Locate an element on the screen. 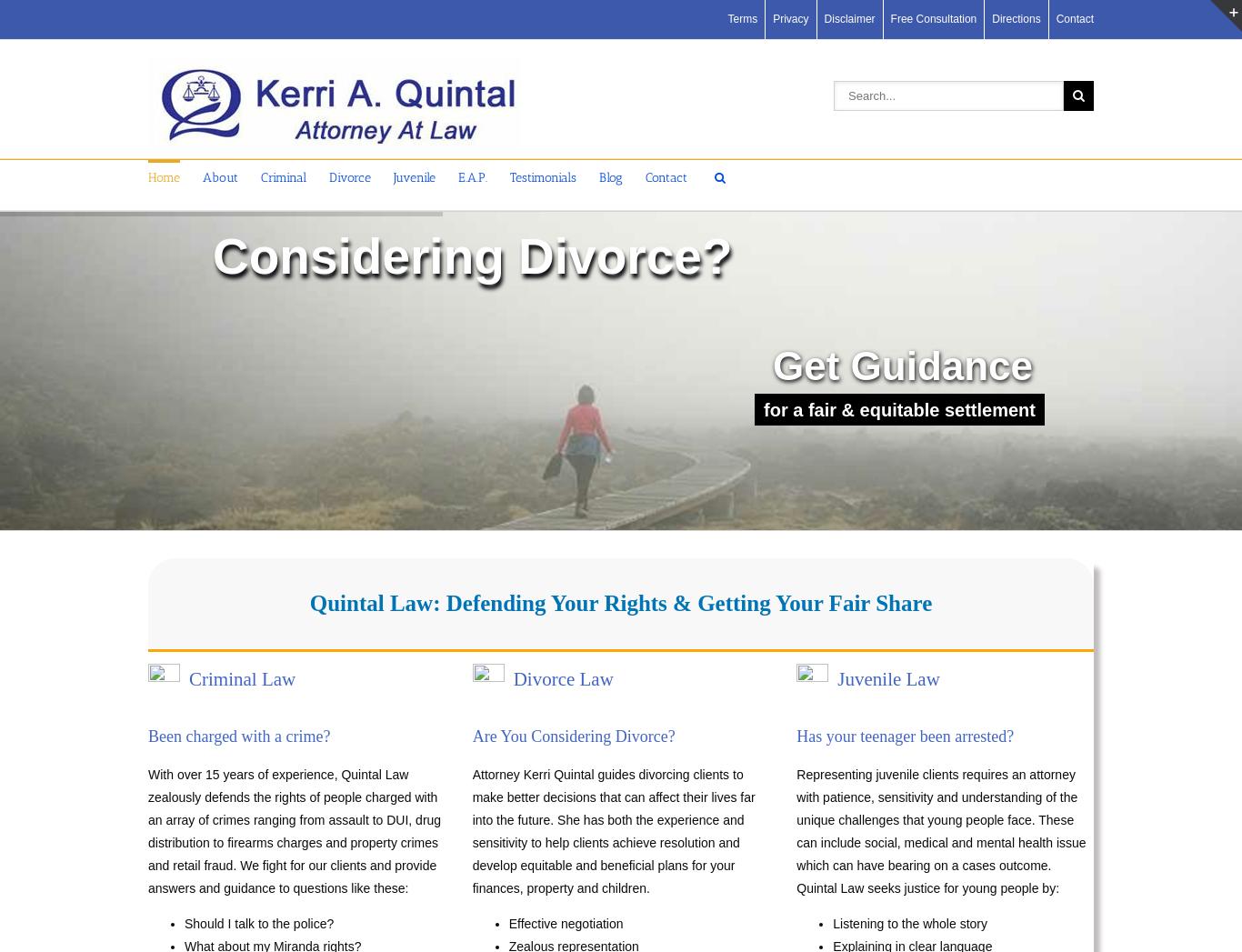  'Listening to the whole story' is located at coordinates (909, 924).